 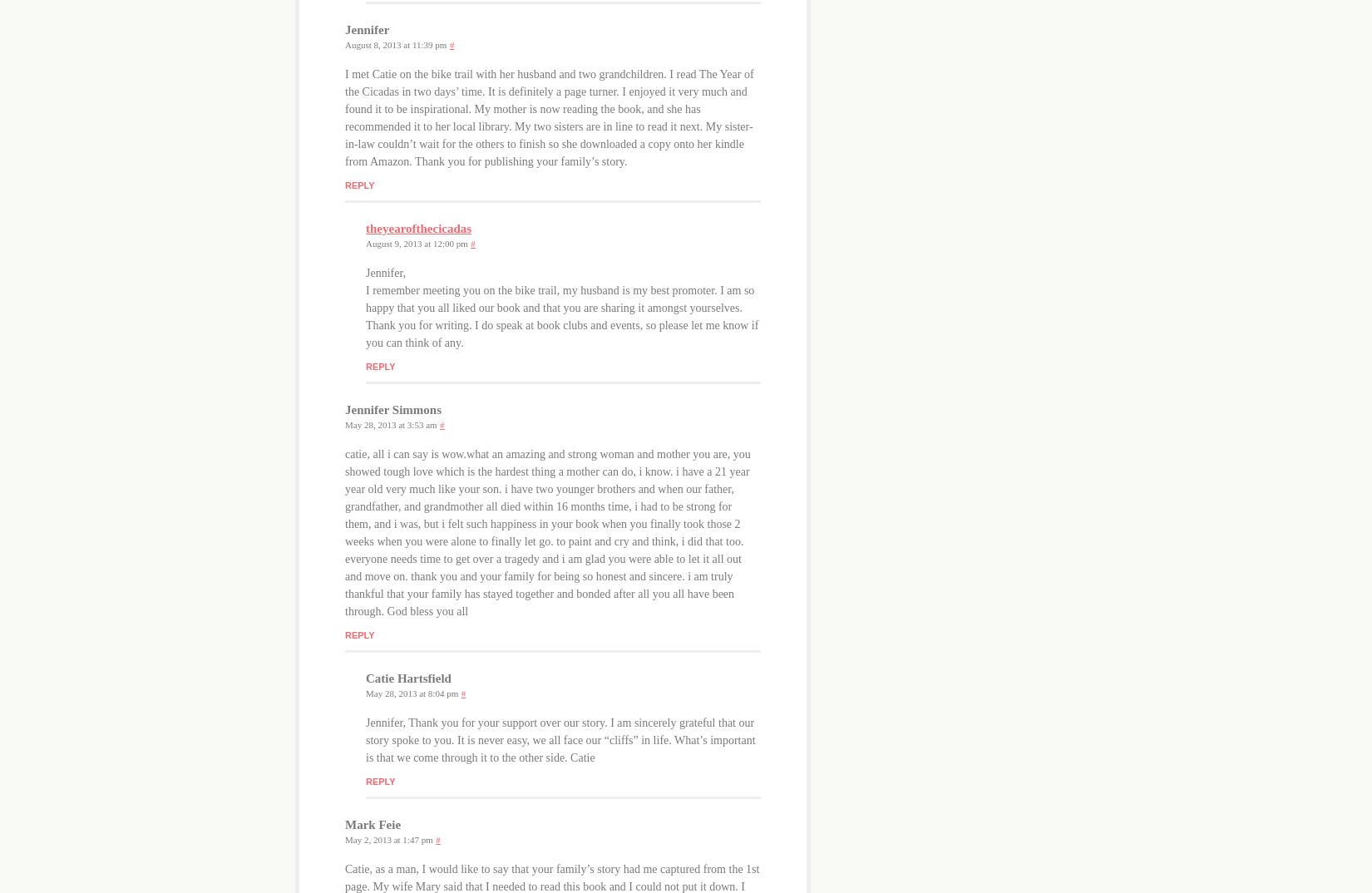 What do you see at coordinates (417, 229) in the screenshot?
I see `'theyearofthecicadas'` at bounding box center [417, 229].